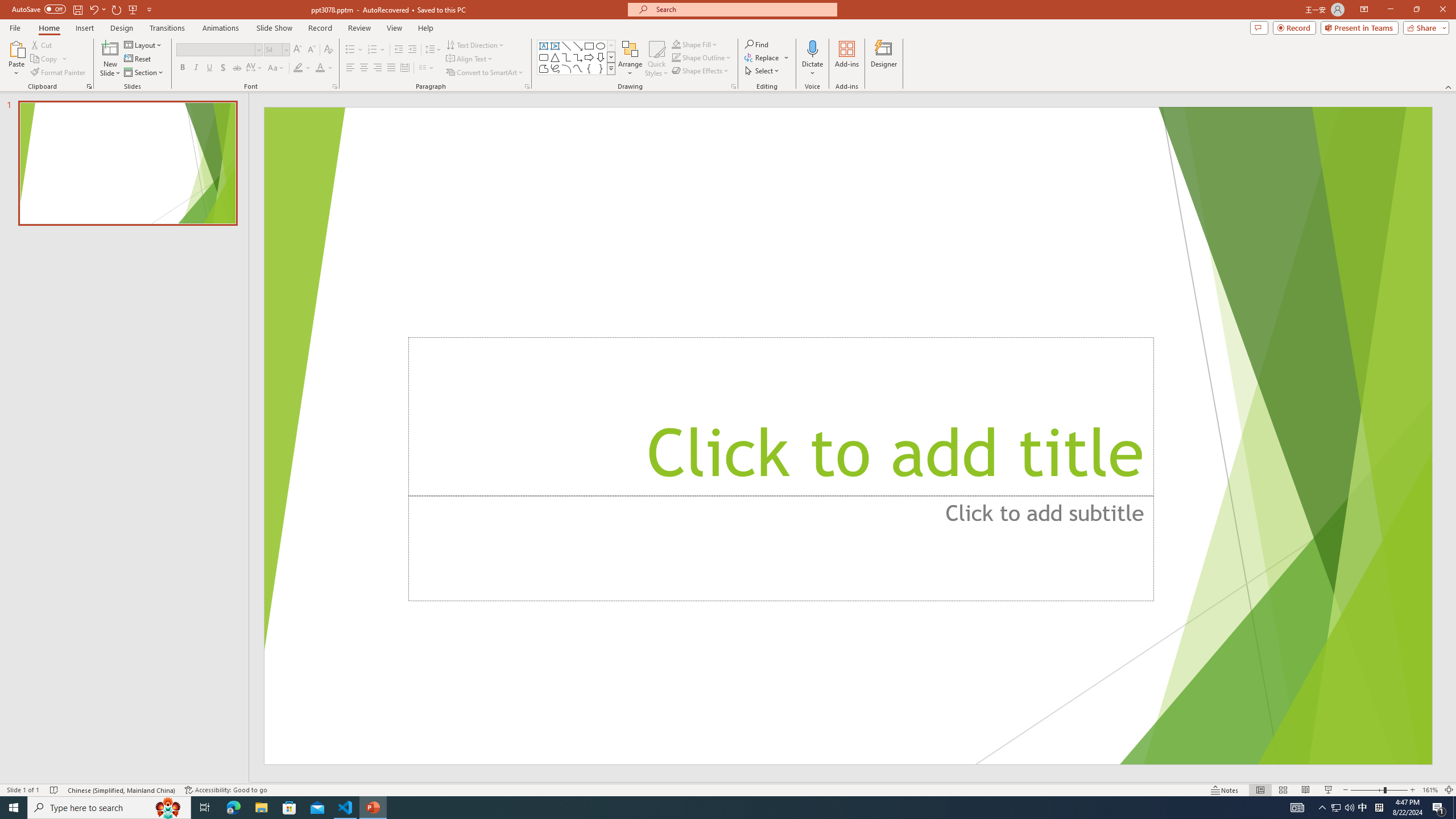  Describe the element at coordinates (733, 85) in the screenshot. I see `'Format Object...'` at that location.